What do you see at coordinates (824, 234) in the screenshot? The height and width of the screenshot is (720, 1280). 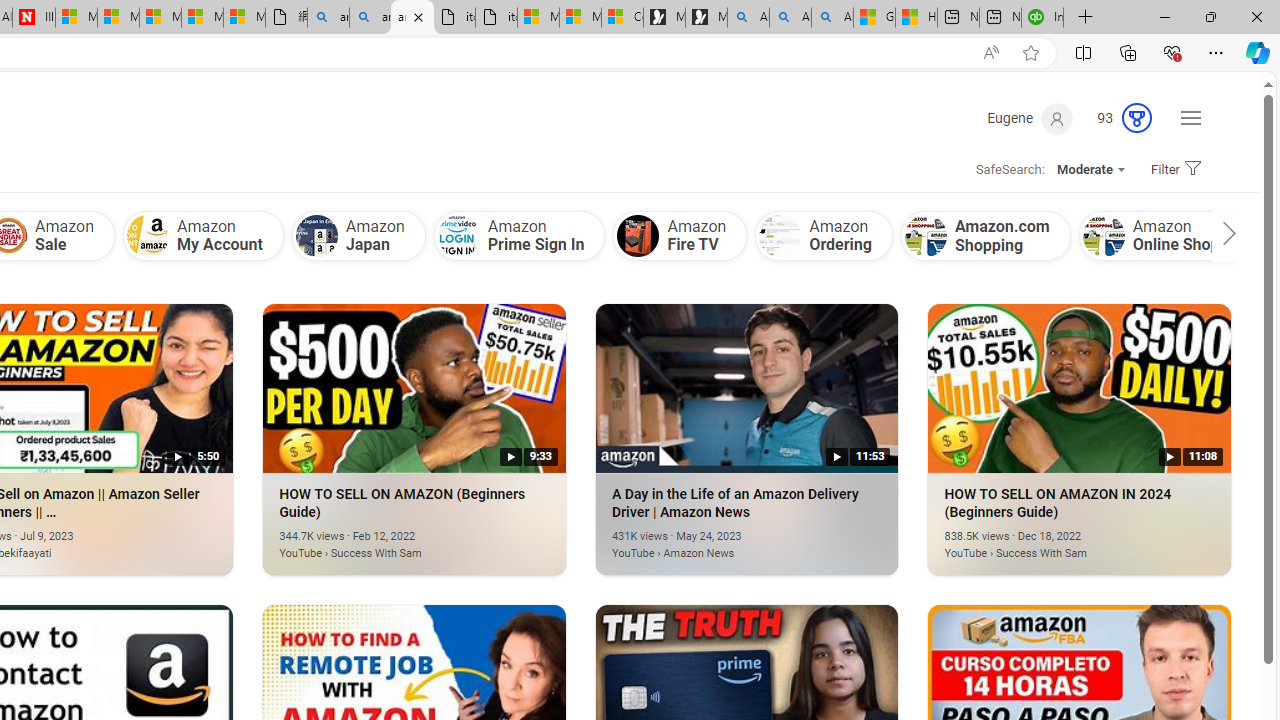 I see `'Amazon Ordering'` at bounding box center [824, 234].